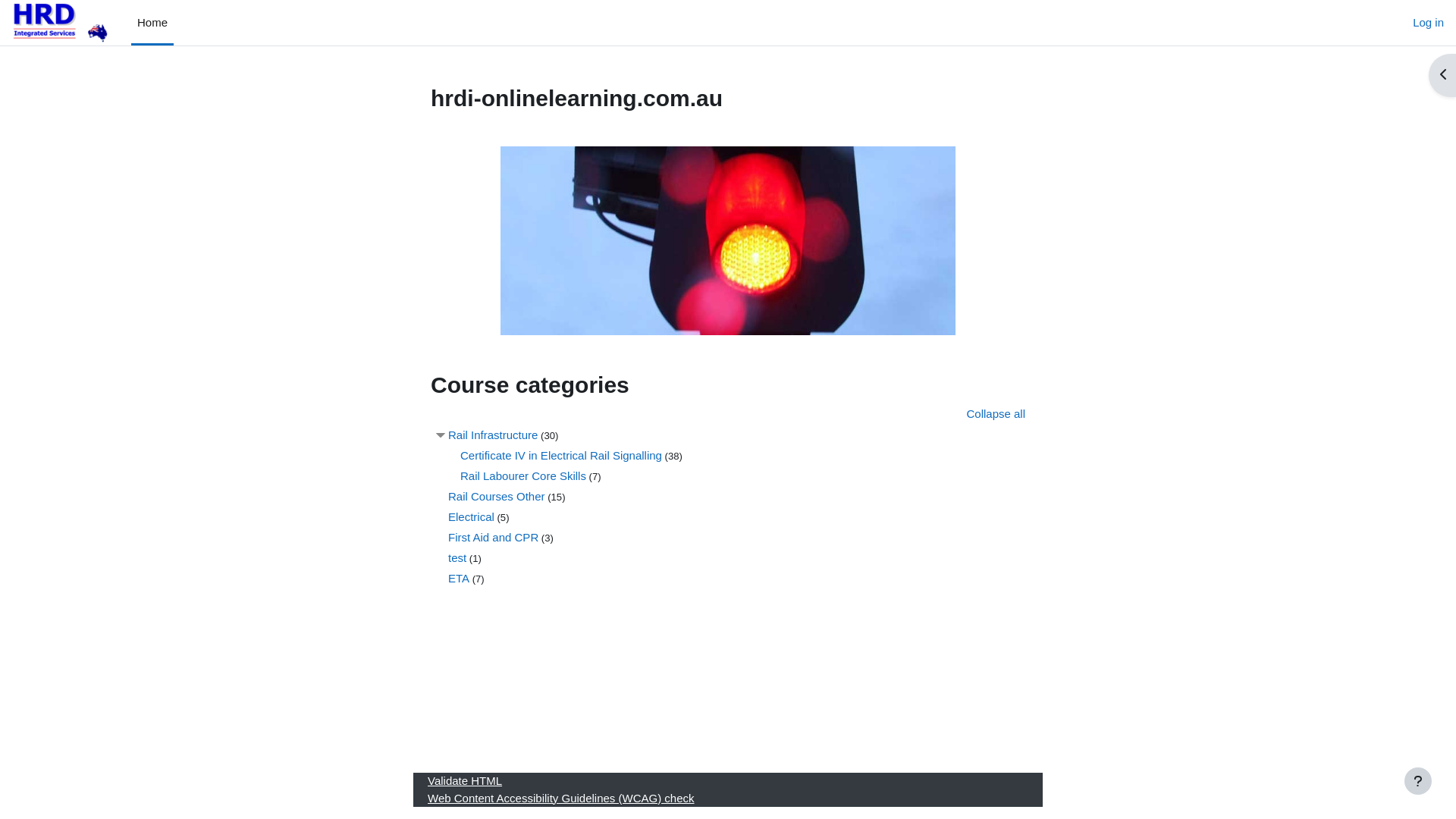  Describe the element at coordinates (996, 413) in the screenshot. I see `'Collapse all'` at that location.